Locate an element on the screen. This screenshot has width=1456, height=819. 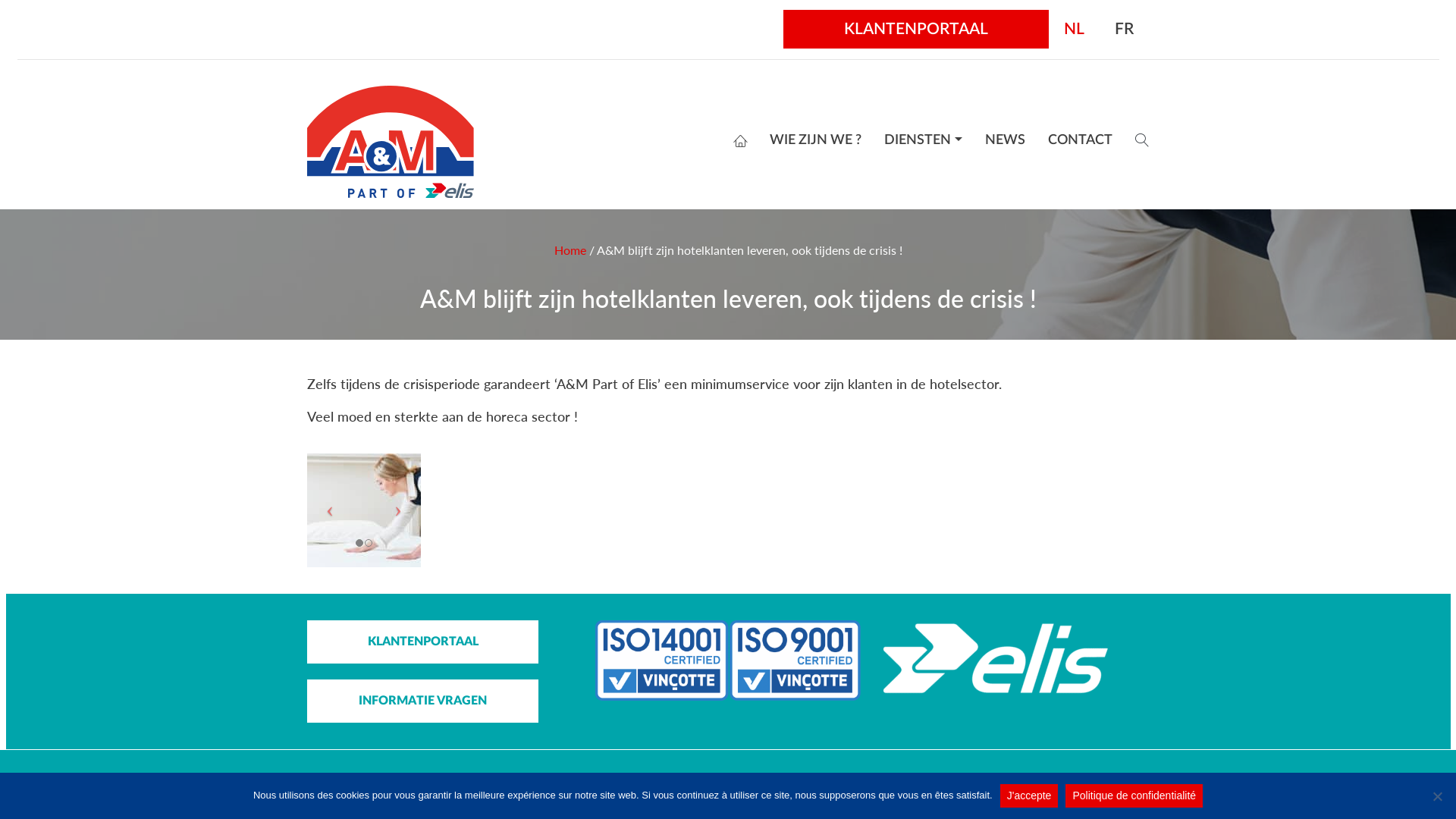
'No' is located at coordinates (1436, 795).